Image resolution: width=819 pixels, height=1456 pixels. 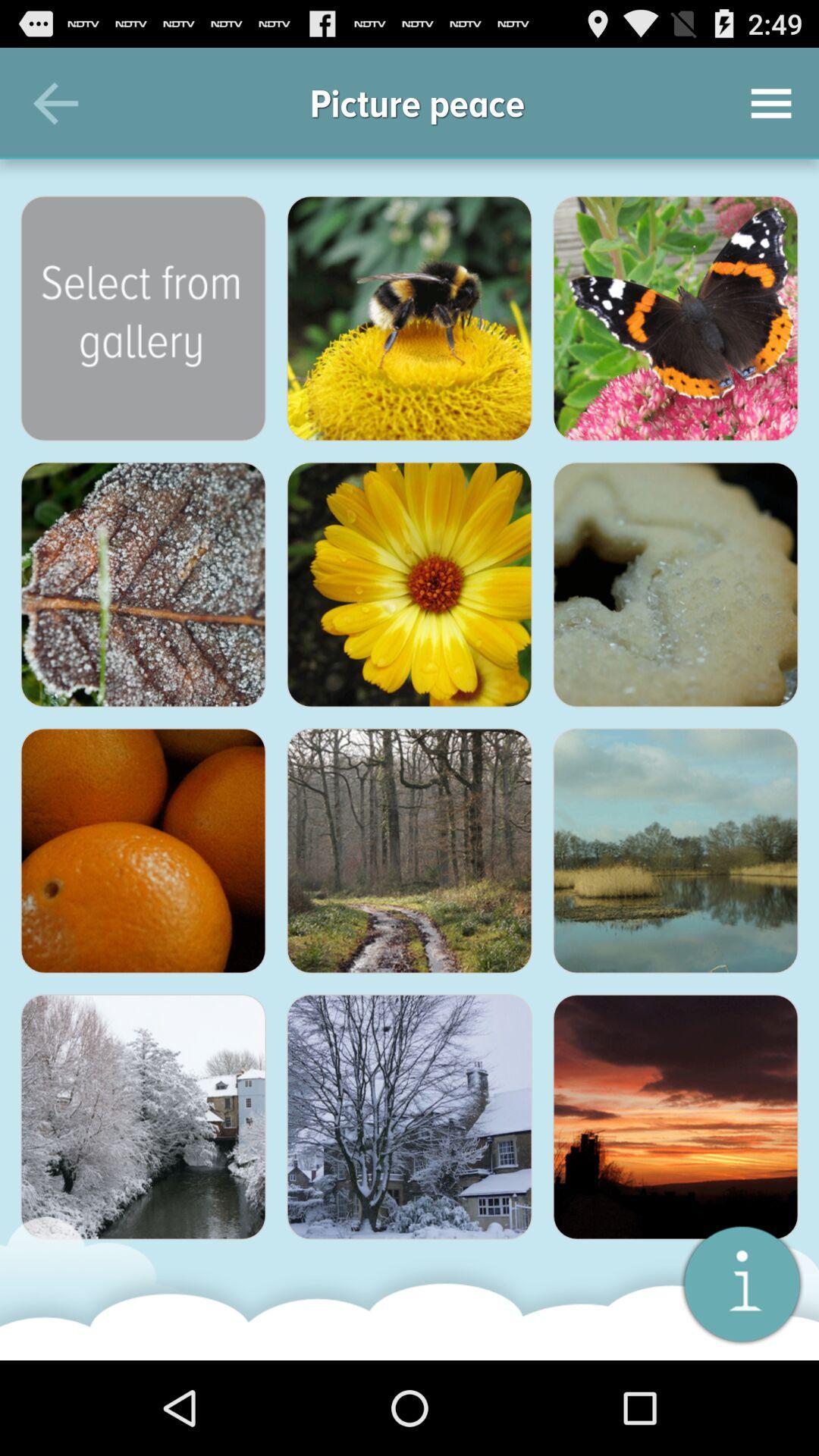 I want to click on this image, so click(x=675, y=851).